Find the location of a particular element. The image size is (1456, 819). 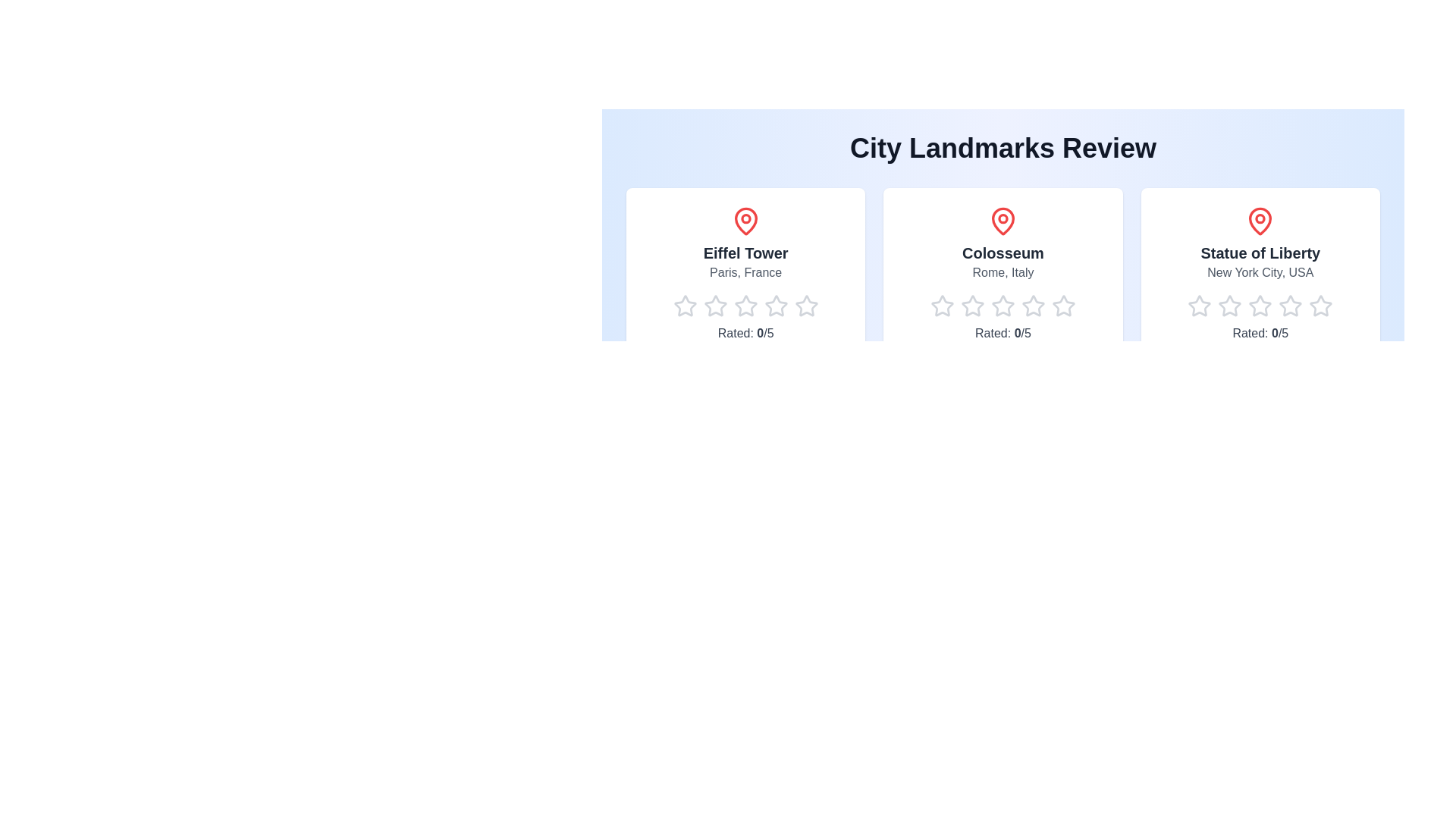

the star corresponding to 2 for the landmark Eiffel Tower is located at coordinates (702, 306).